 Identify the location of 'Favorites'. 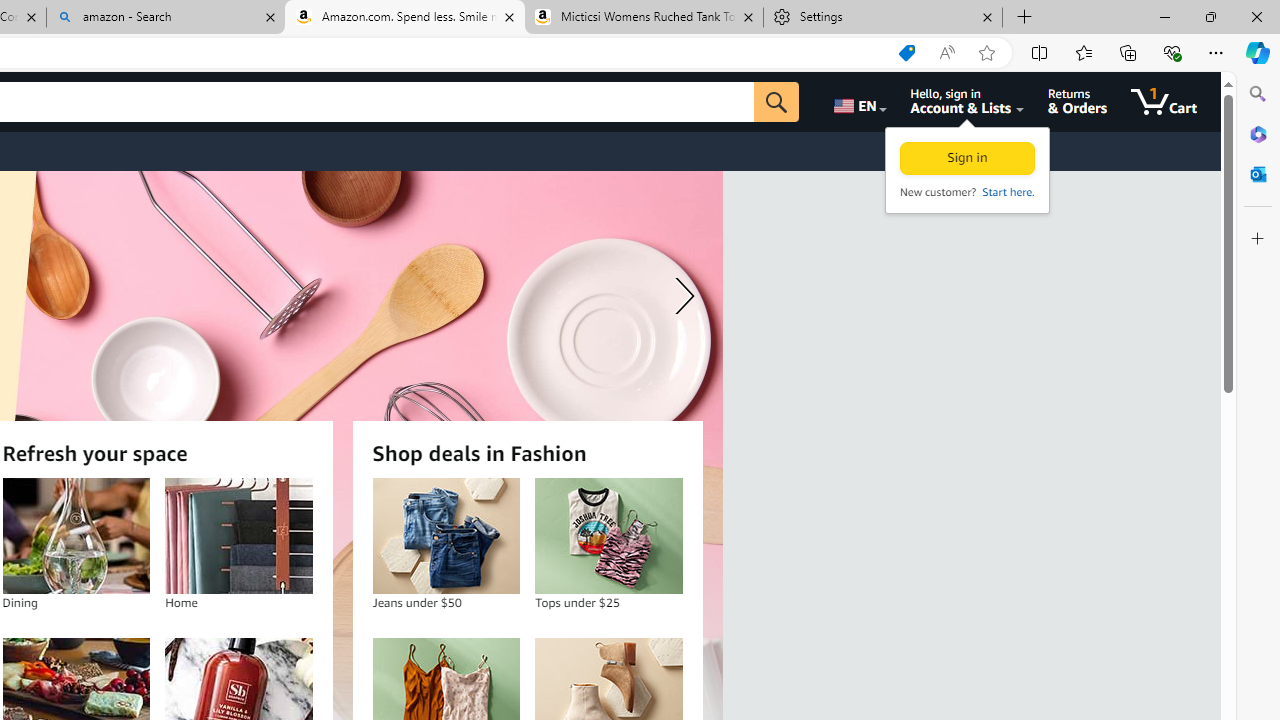
(1082, 51).